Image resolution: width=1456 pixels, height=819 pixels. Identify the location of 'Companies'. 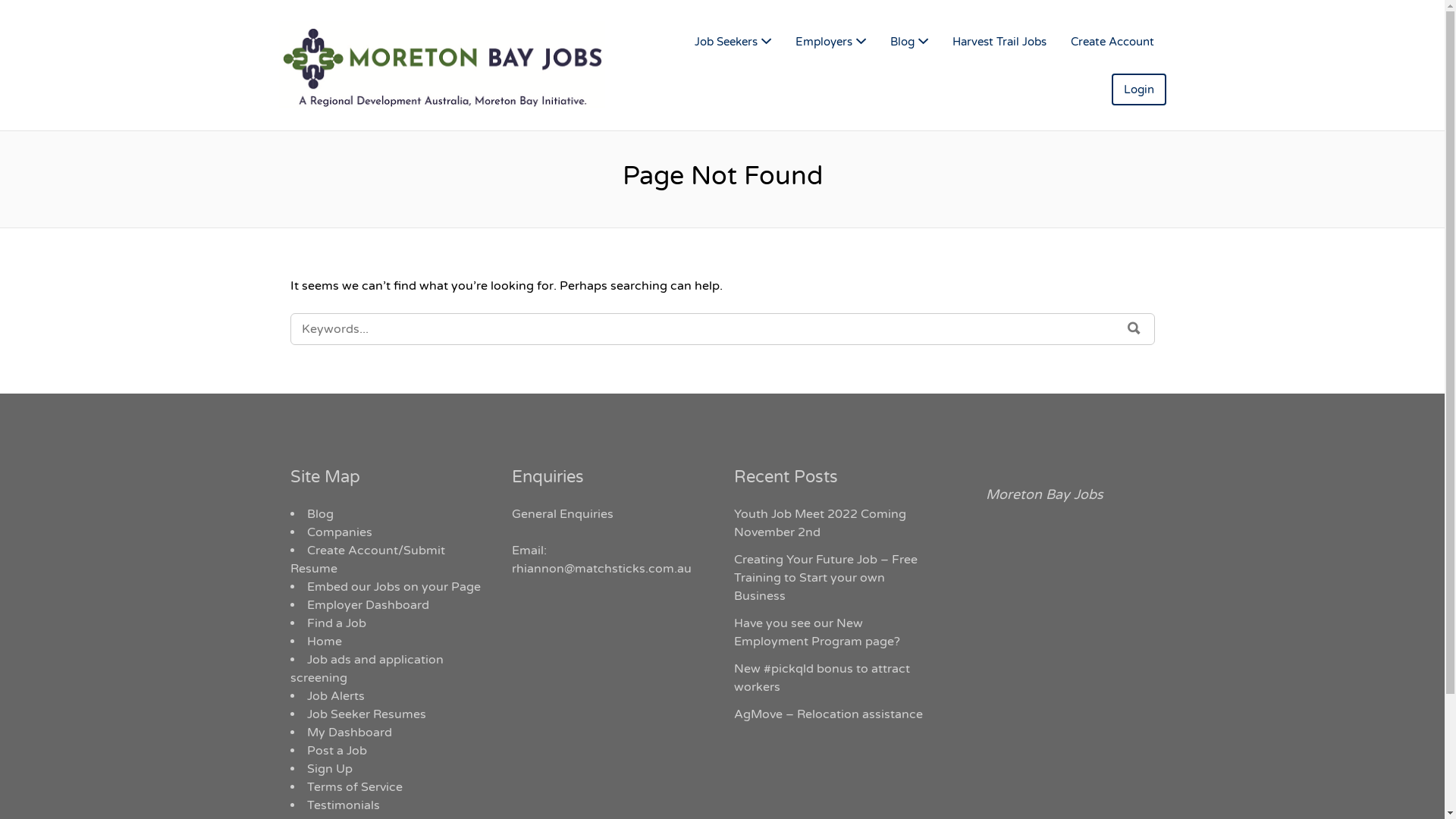
(337, 532).